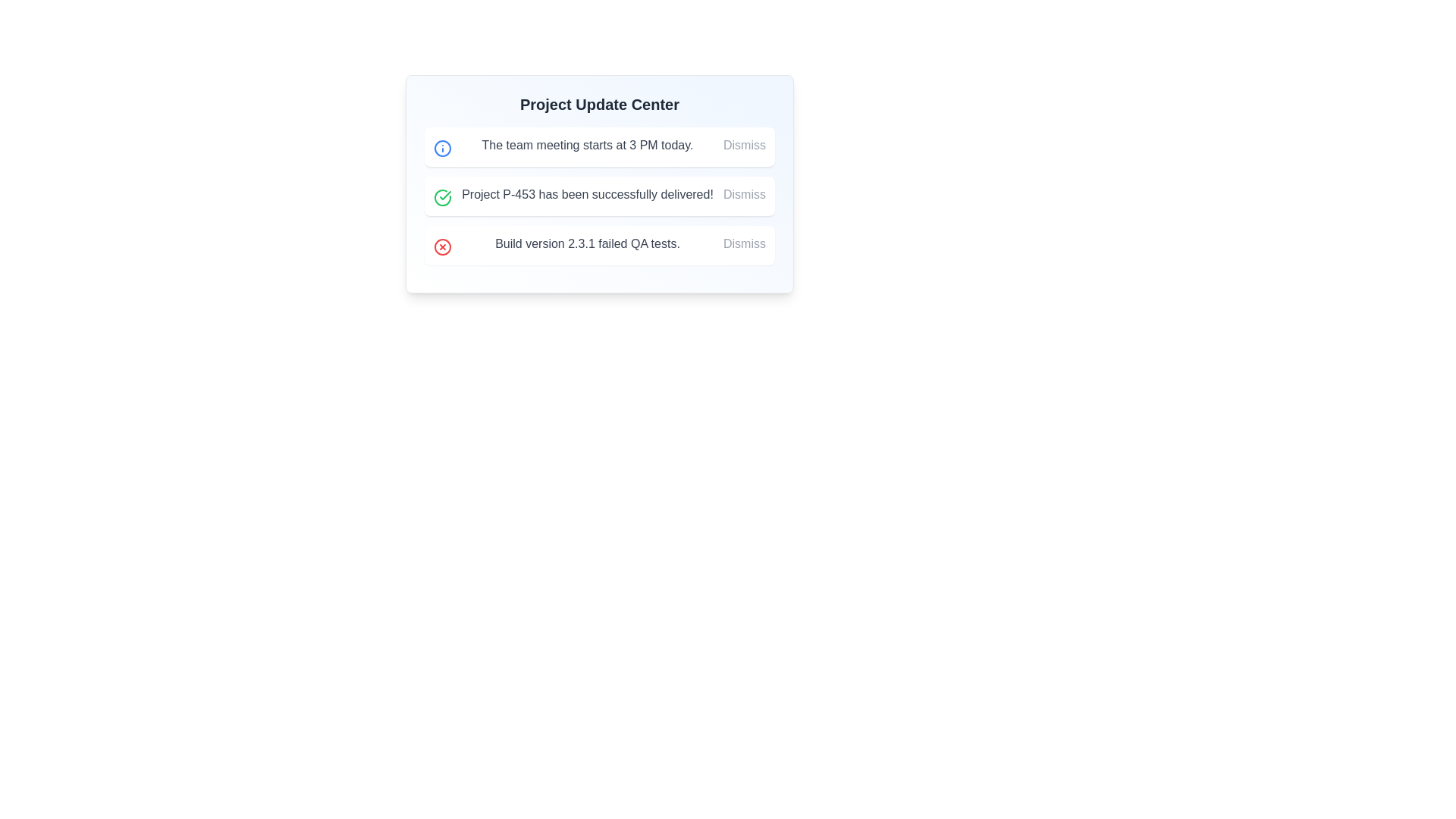  I want to click on the circular success icon with a green border and a checkmark in the center, located to the left of the notification text 'Project P-453 has been successfully delivered!', so click(442, 197).